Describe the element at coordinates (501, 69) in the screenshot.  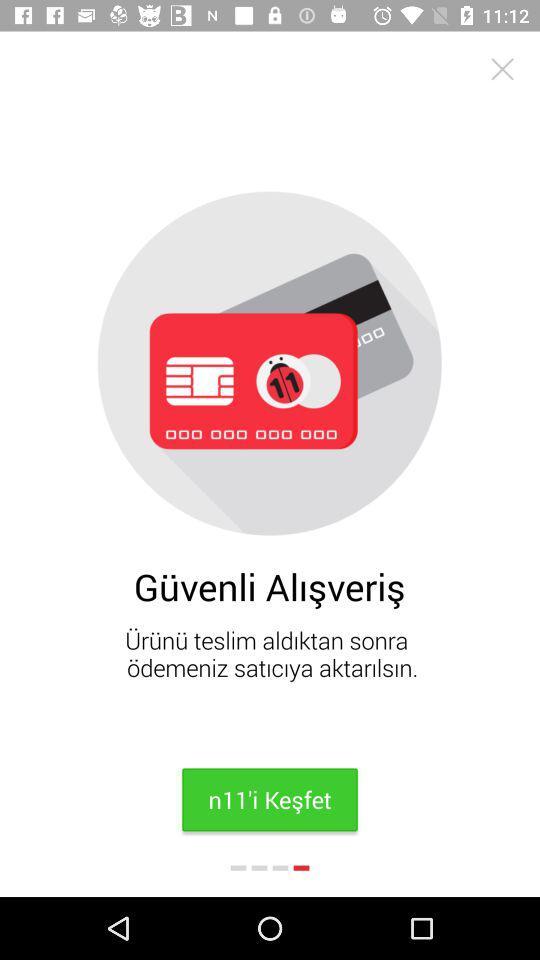
I see `the close icon` at that location.